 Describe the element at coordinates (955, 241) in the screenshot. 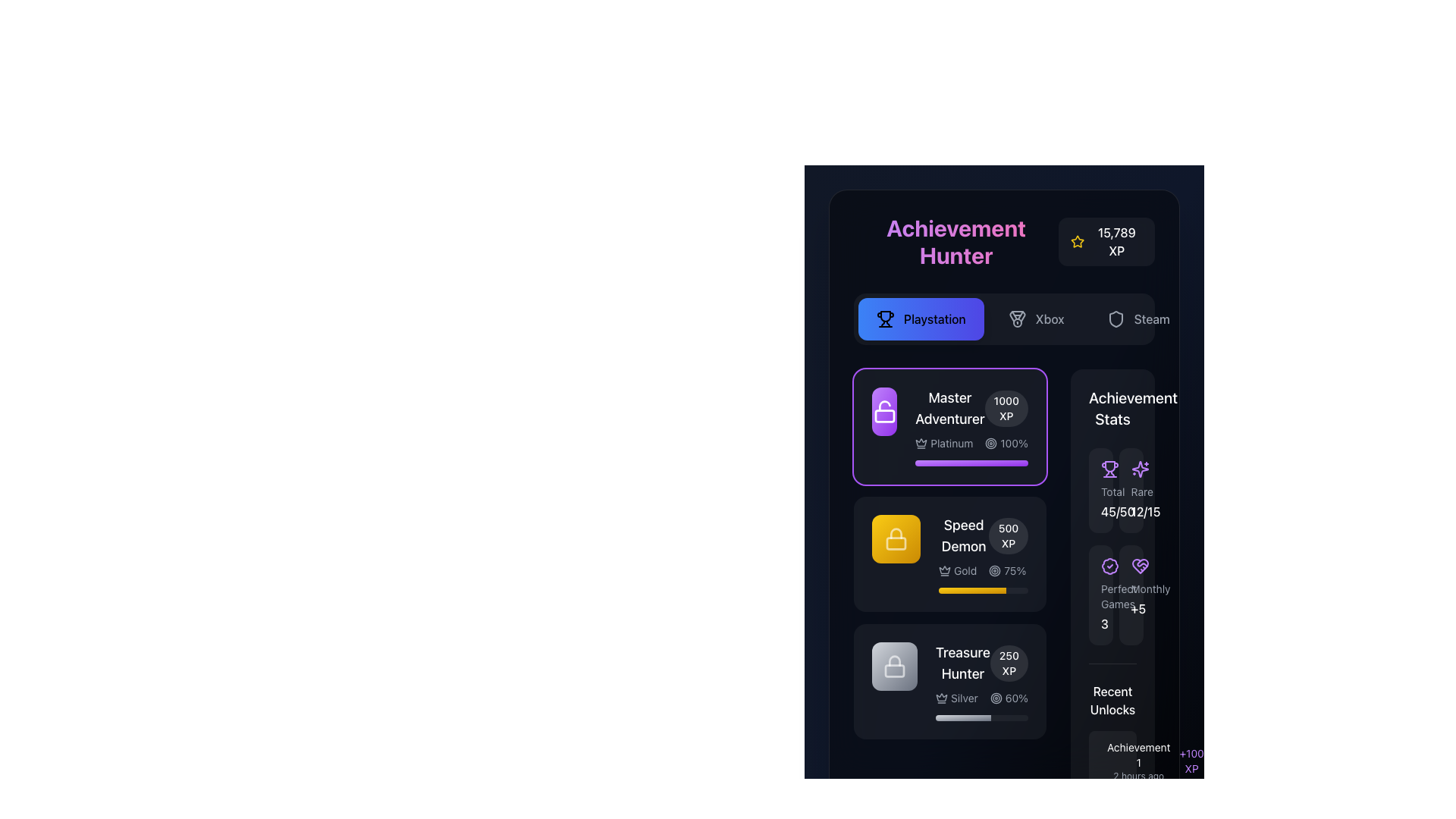

I see `the title text element indicating user achievements or stats, located in the top-left section of the navigation bar` at that location.